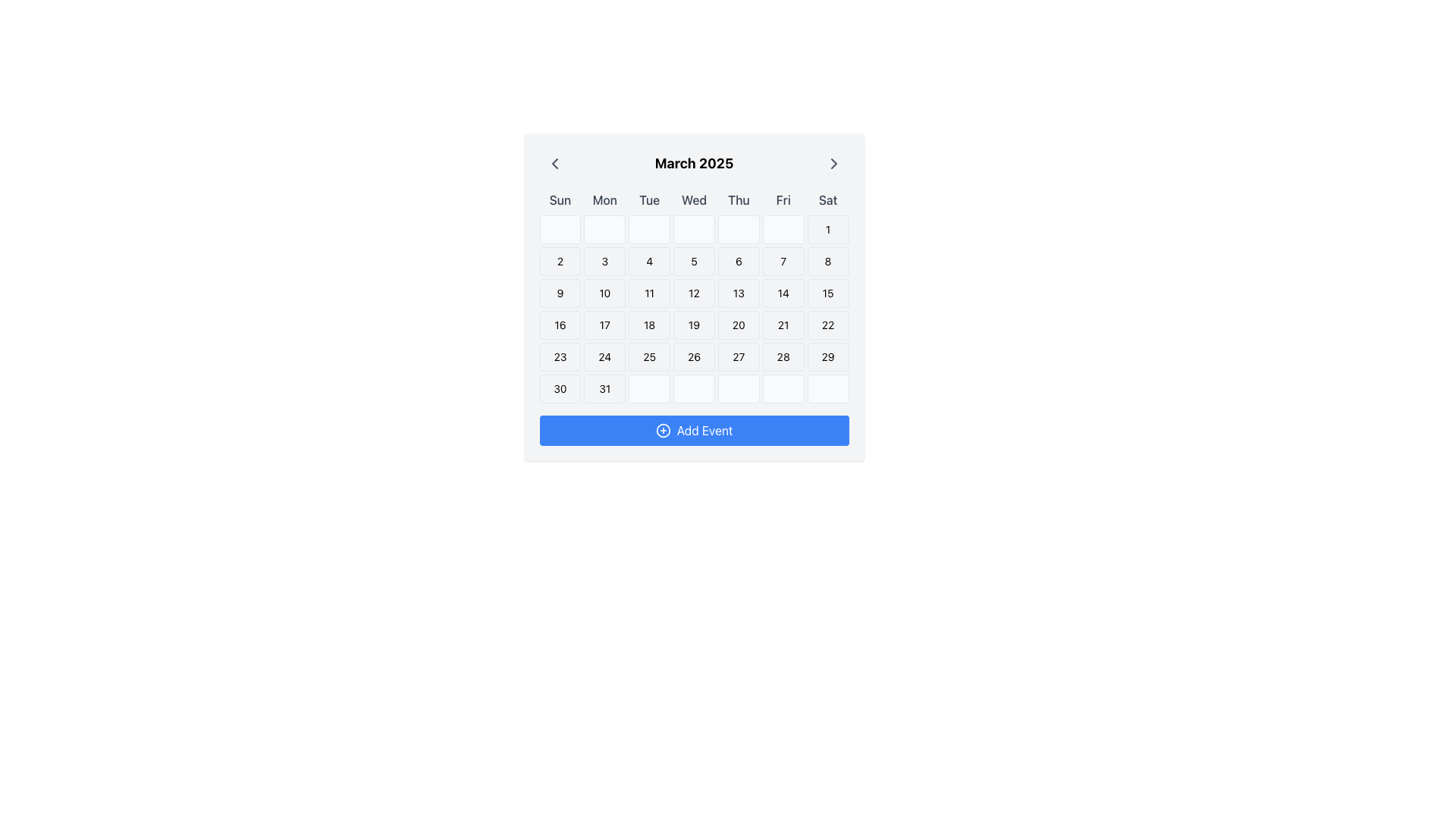 The image size is (1456, 819). I want to click on the calendar day cell displaying the number '21', located in the 4th row and 7th column of the calendar grid for March 2025, so click(783, 324).